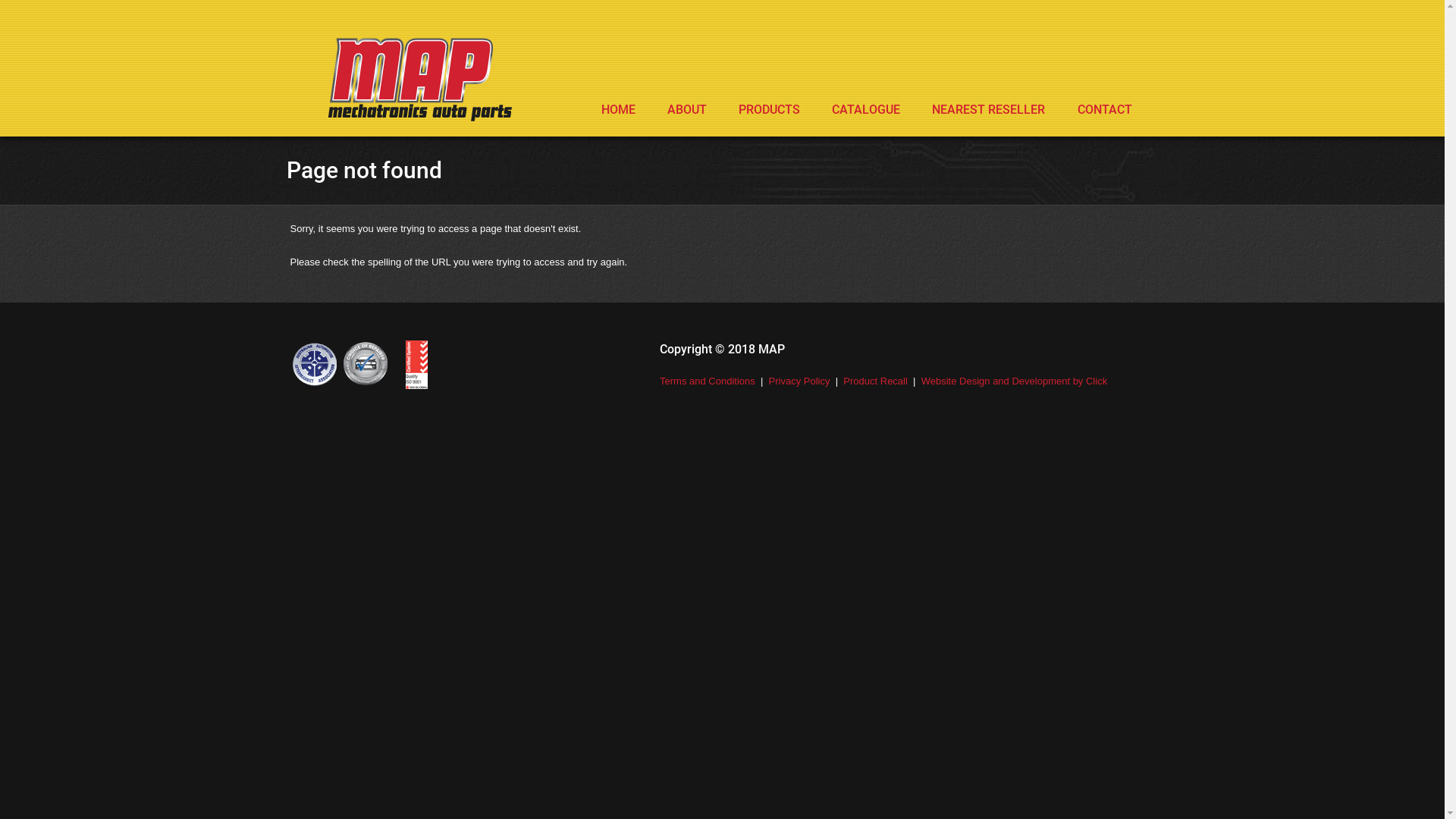  What do you see at coordinates (686, 109) in the screenshot?
I see `'ABOUT'` at bounding box center [686, 109].